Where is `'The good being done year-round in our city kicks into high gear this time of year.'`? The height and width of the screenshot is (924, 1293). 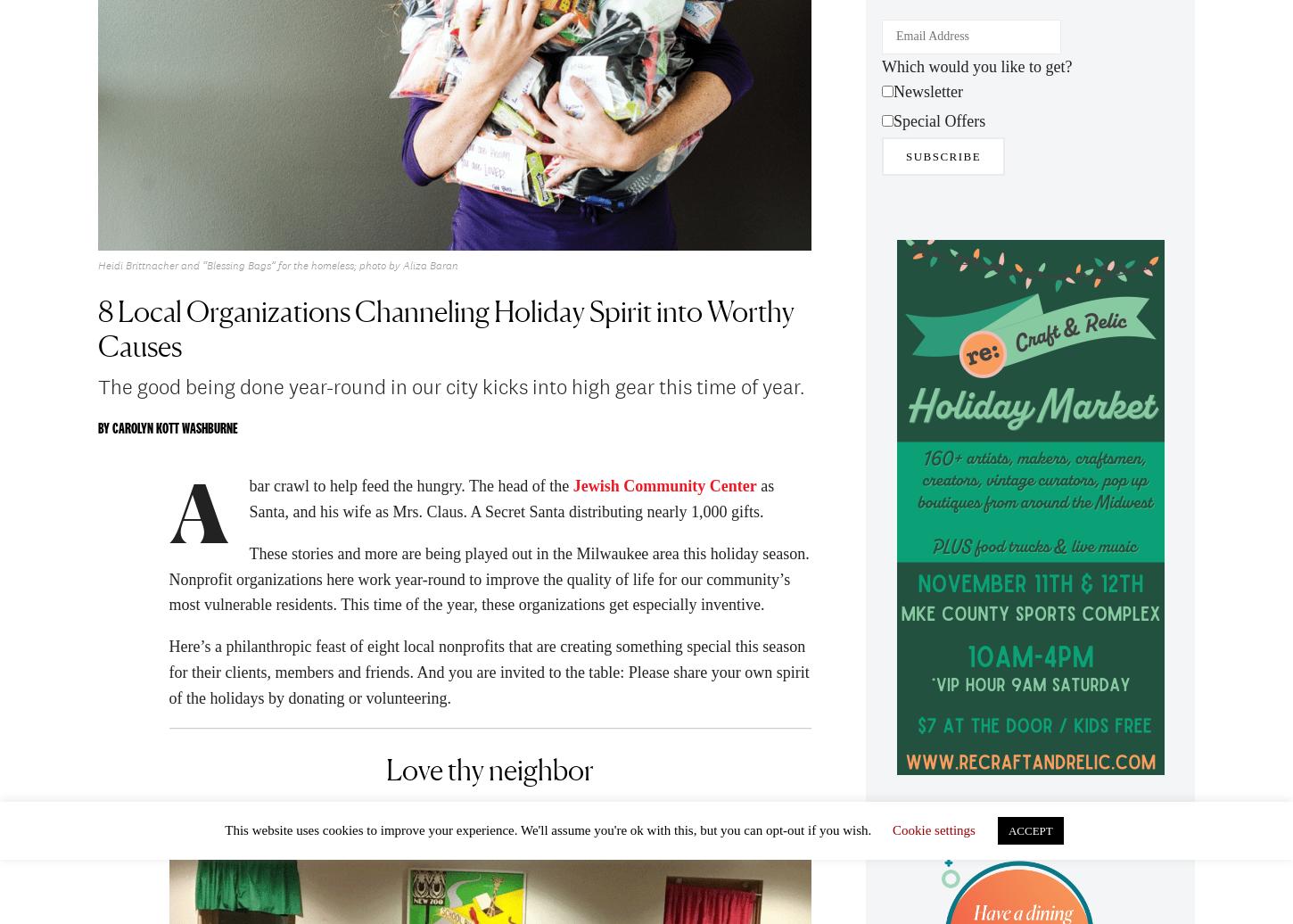 'The good being done year-round in our city kicks into high gear this time of year.' is located at coordinates (451, 392).